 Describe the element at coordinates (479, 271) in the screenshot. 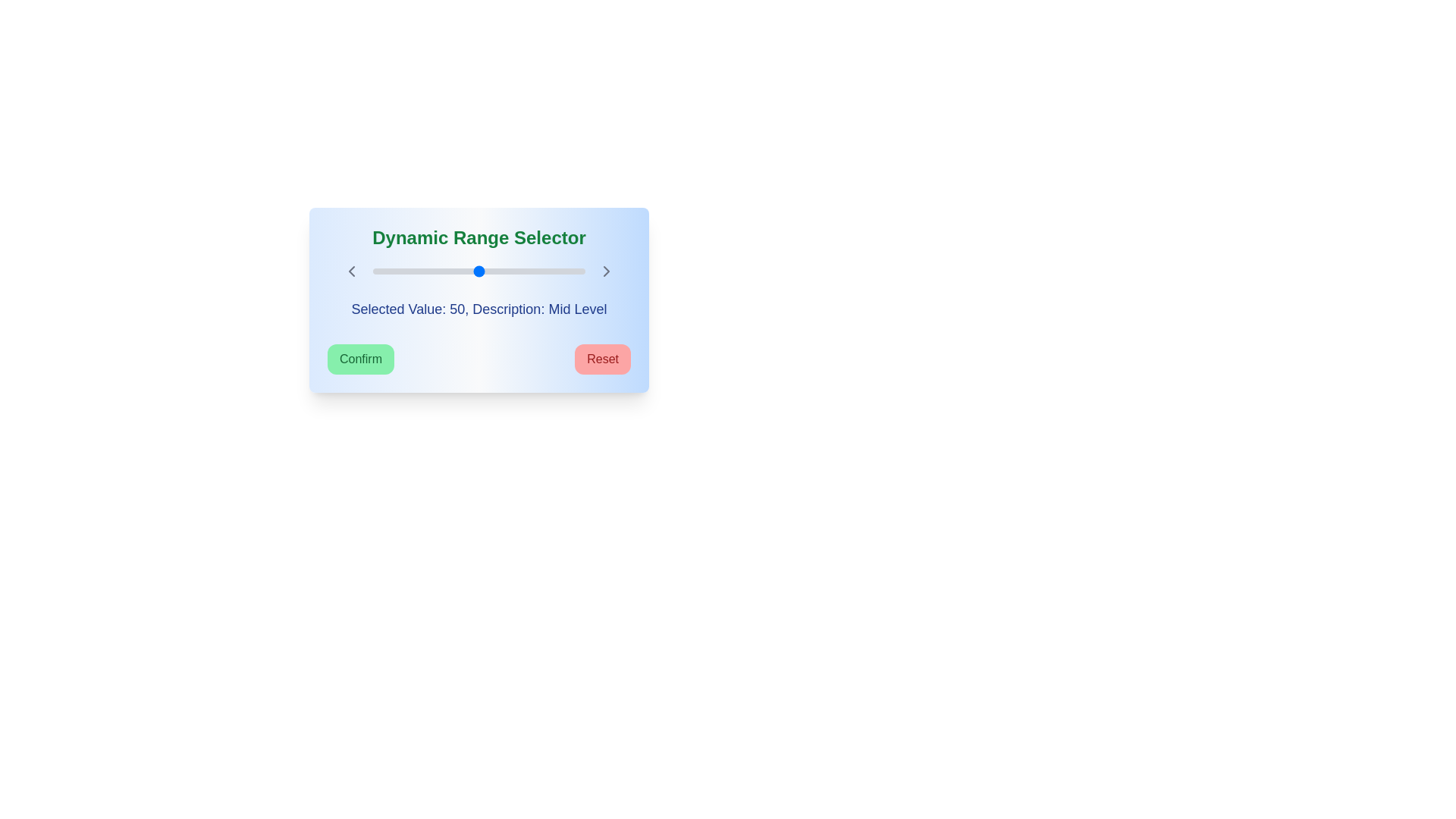

I see `the slider` at that location.